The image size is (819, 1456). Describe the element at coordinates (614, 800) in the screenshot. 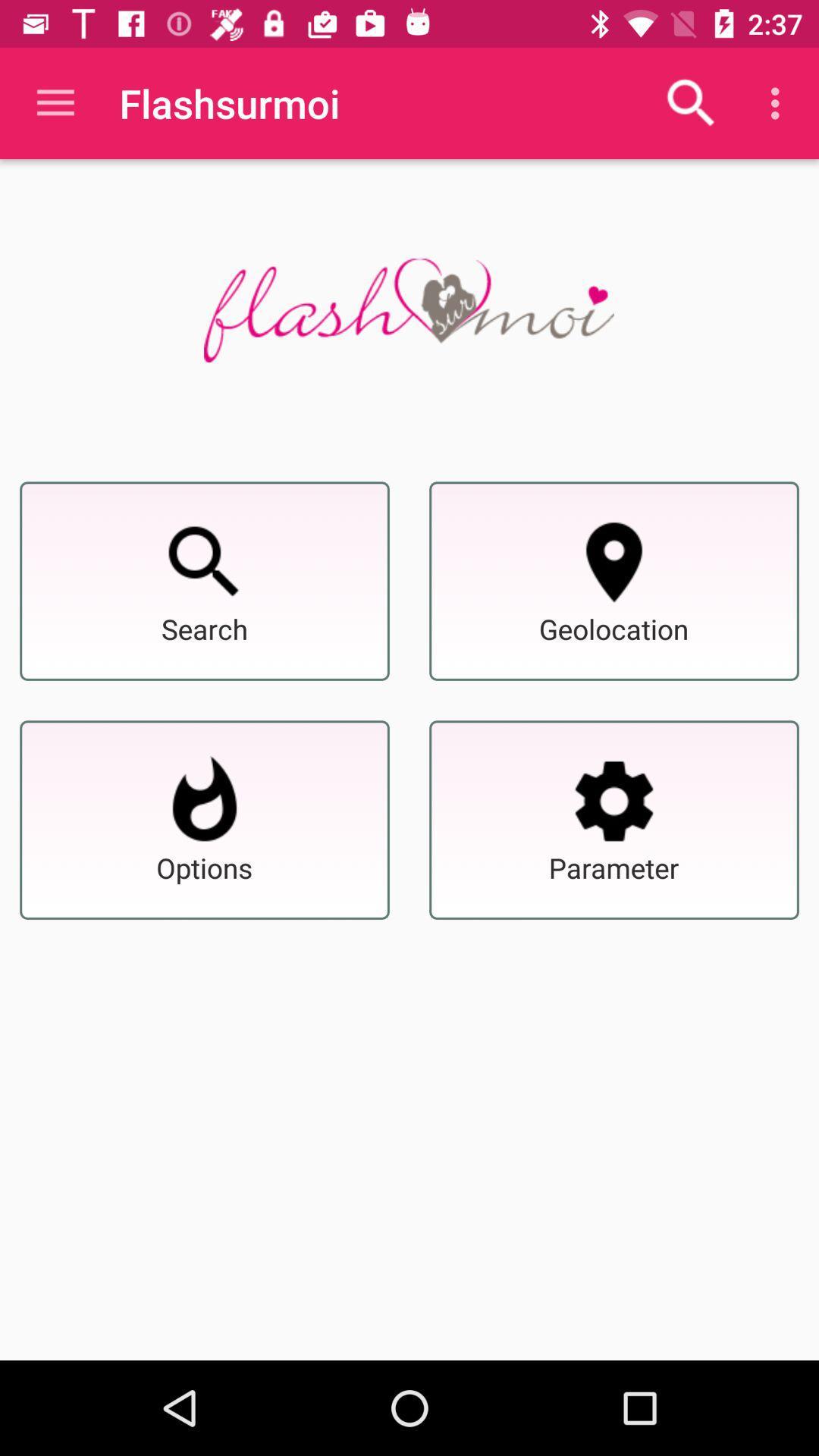

I see `search criteria` at that location.